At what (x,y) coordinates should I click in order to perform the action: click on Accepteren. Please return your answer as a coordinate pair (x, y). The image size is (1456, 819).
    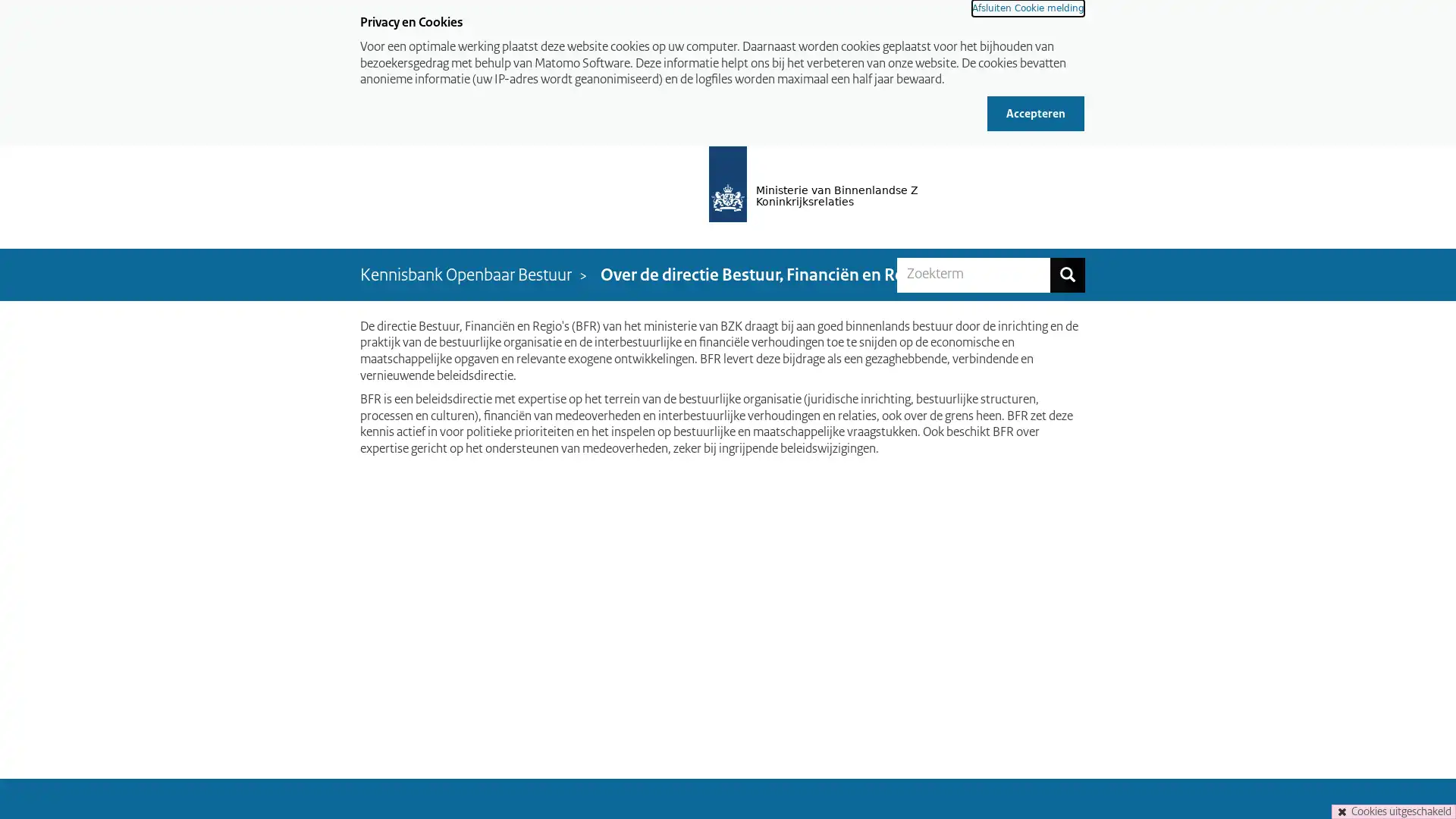
    Looking at the image, I should click on (1035, 112).